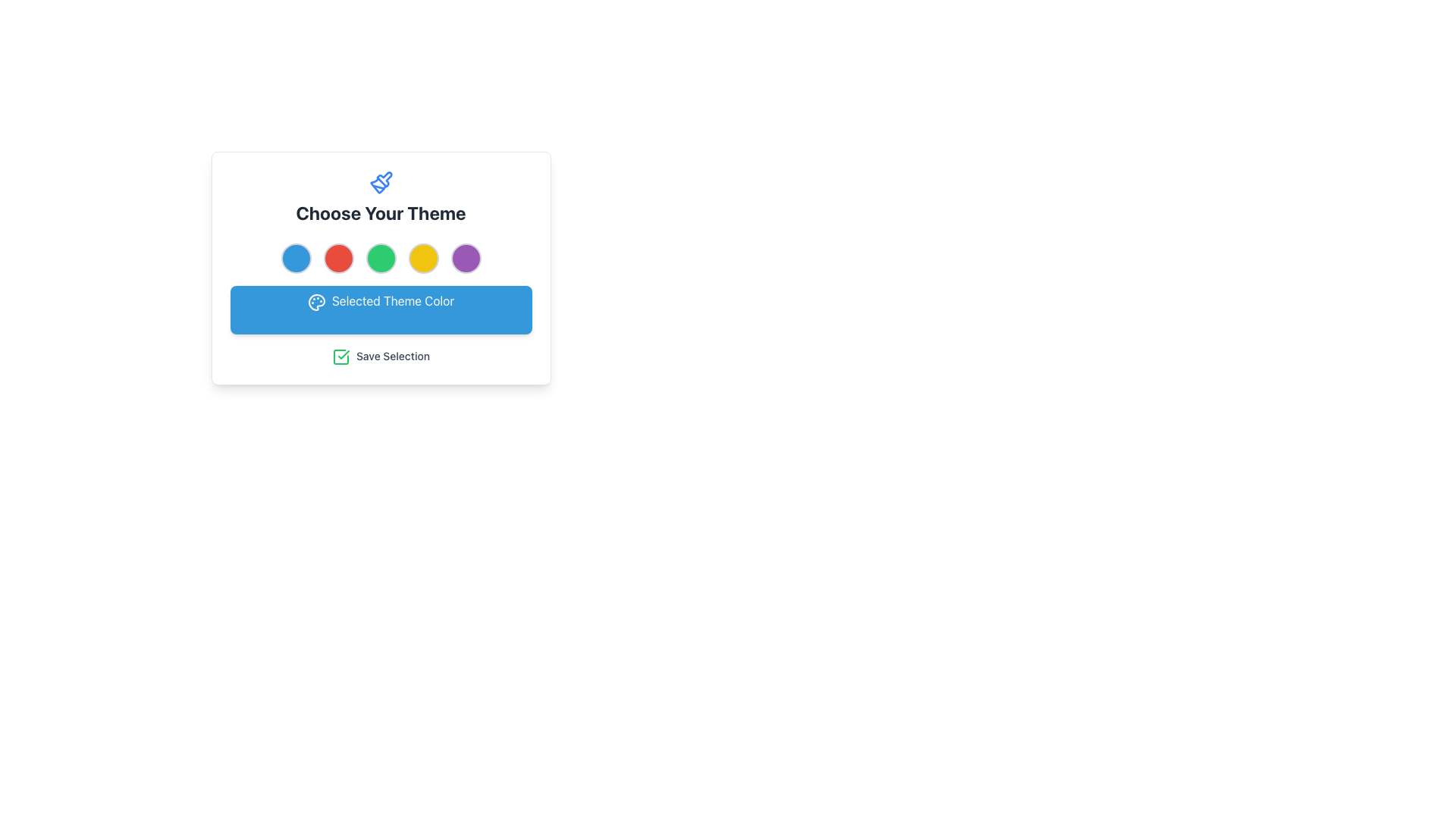  Describe the element at coordinates (315, 302) in the screenshot. I see `the abstract color palette icon within the SVG graphic located above the blue button labeled 'Selected Theme Color'` at that location.